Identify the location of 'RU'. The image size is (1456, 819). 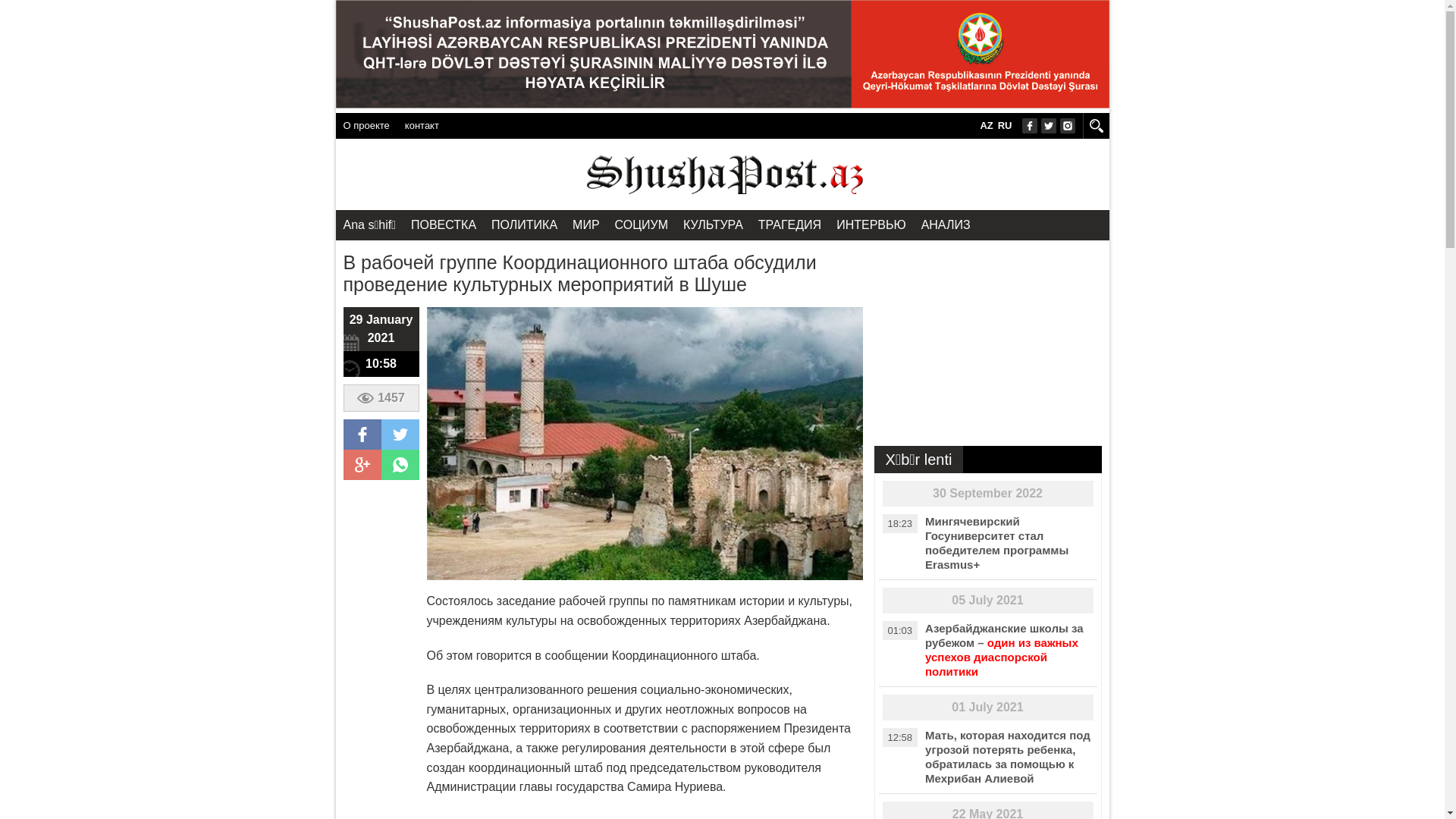
(1005, 124).